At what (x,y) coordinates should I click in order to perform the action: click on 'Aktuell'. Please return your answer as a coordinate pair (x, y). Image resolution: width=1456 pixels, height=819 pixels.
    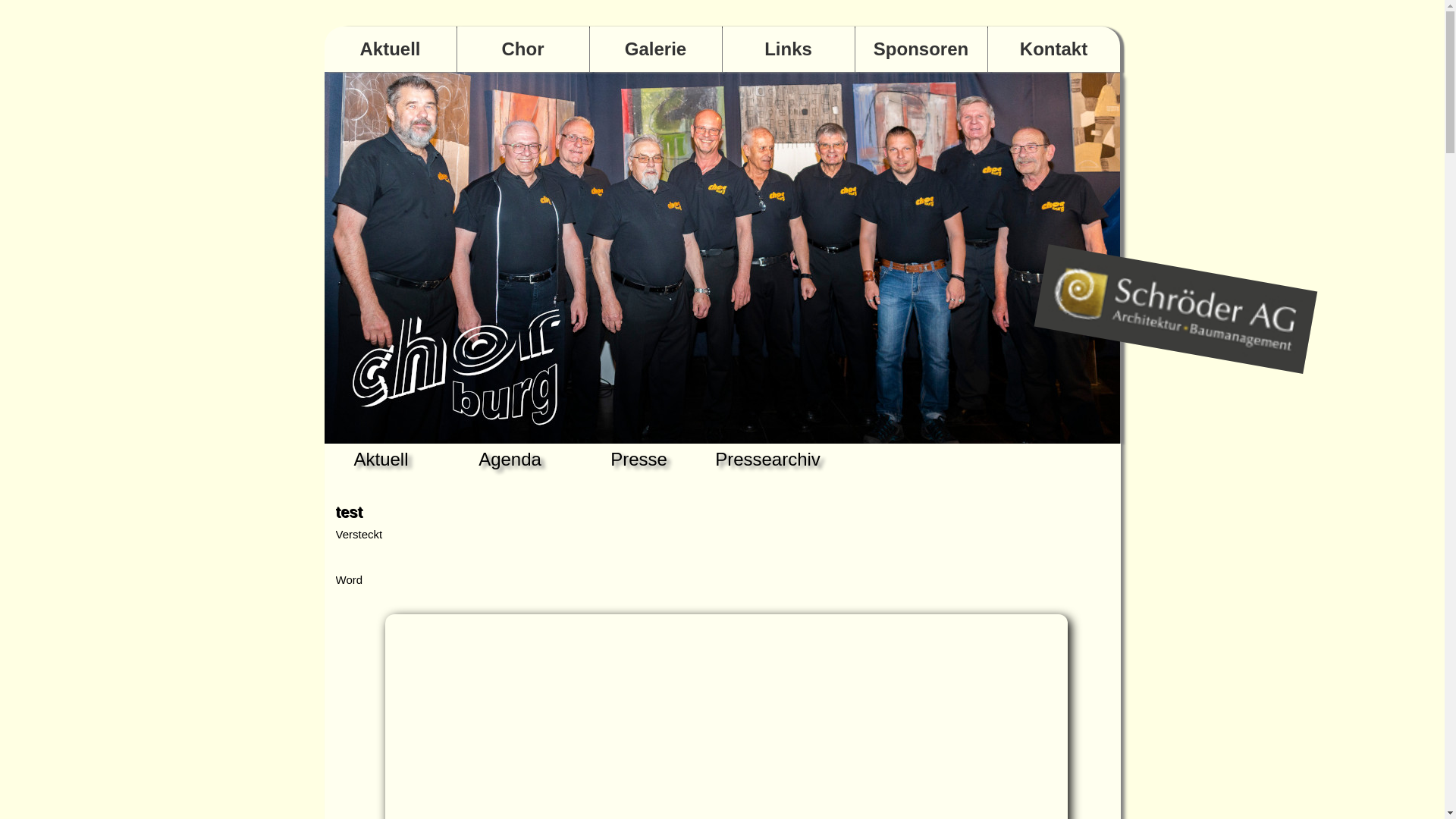
    Looking at the image, I should click on (323, 49).